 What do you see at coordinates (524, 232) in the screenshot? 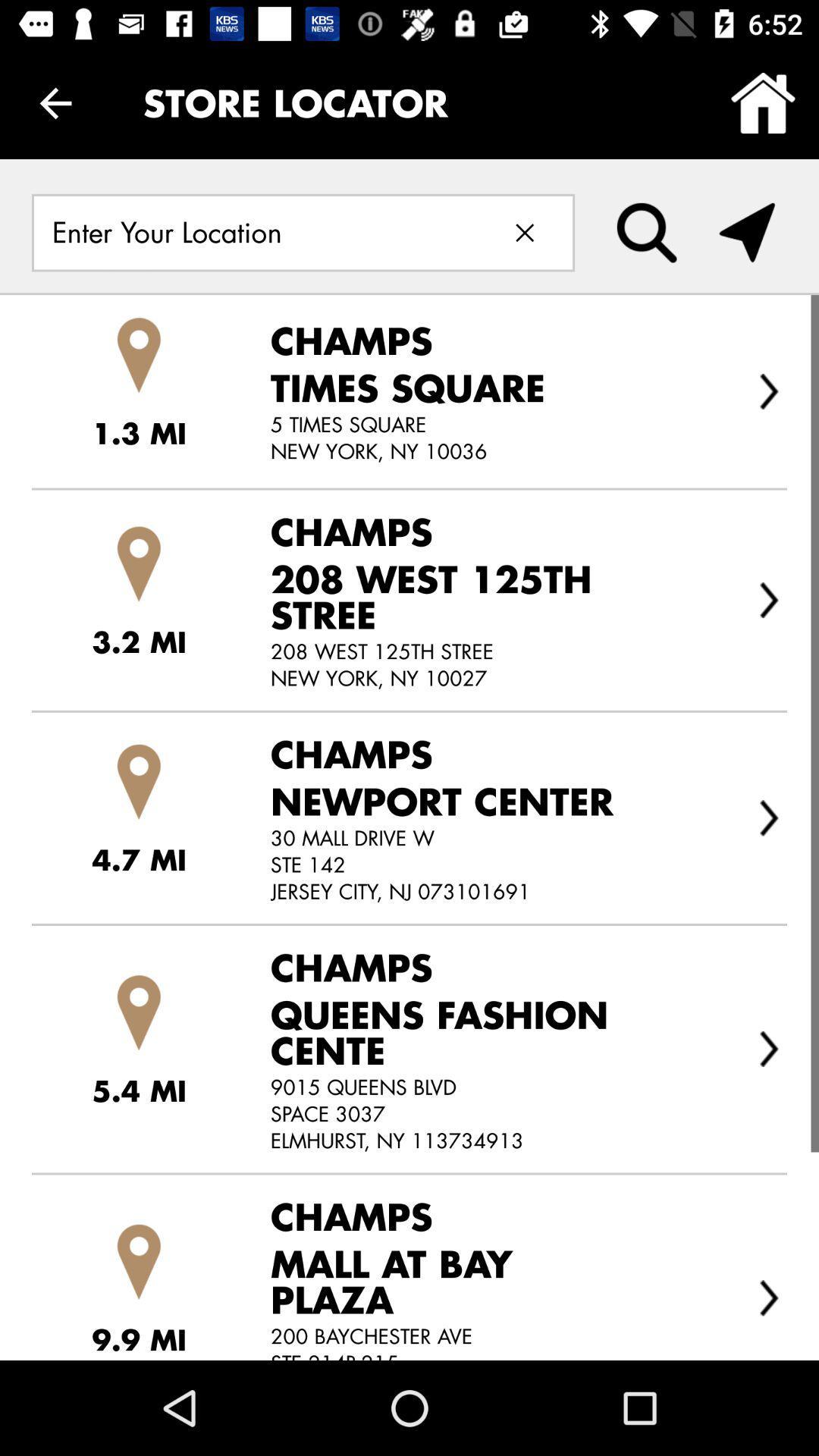
I see `clears your location search` at bounding box center [524, 232].